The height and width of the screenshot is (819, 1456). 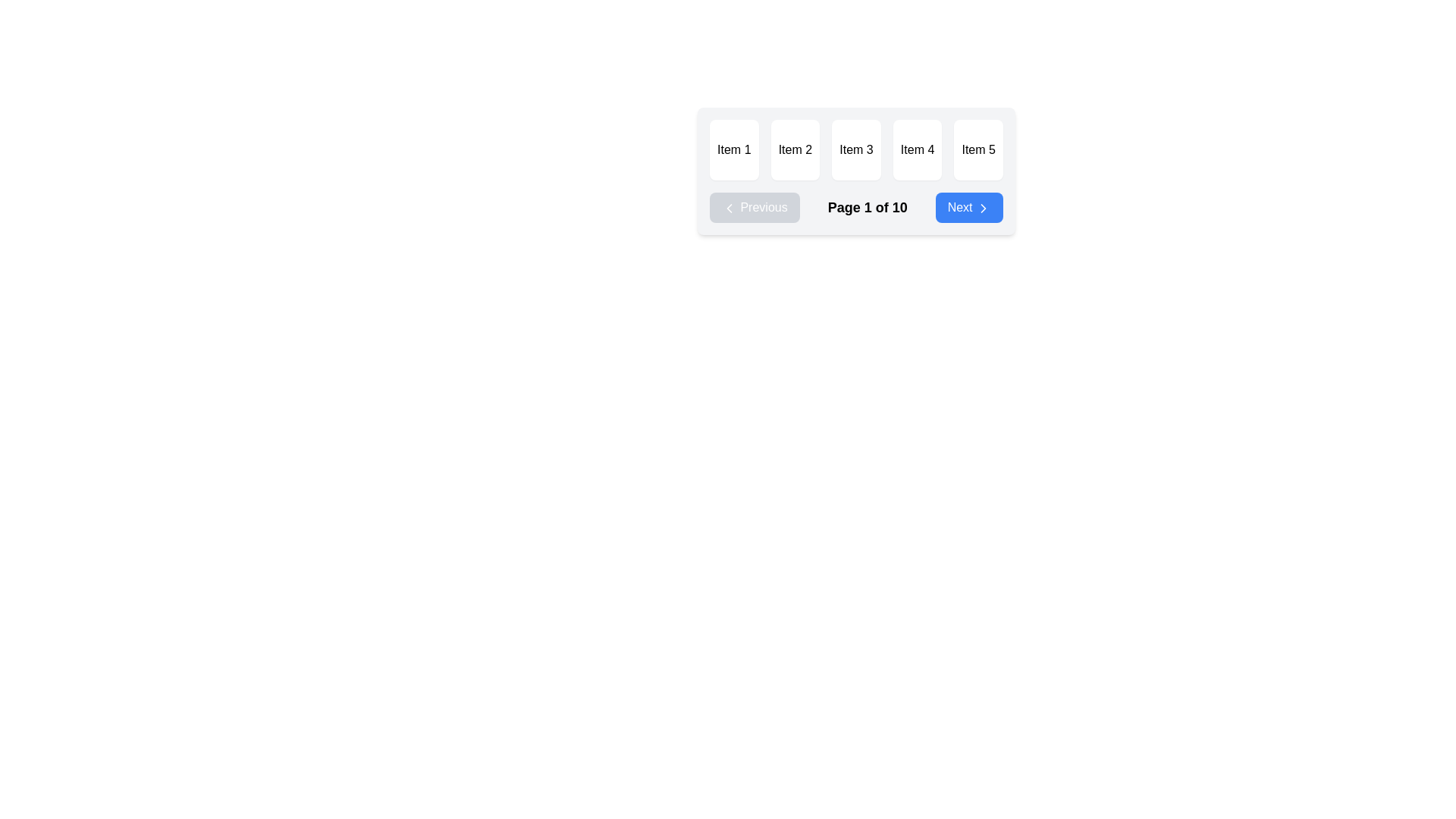 What do you see at coordinates (856, 207) in the screenshot?
I see `text 'Page 1 of 10' displayed in the center of the pagination bar, which is located beneath the grid of items and serves as a page indicator` at bounding box center [856, 207].